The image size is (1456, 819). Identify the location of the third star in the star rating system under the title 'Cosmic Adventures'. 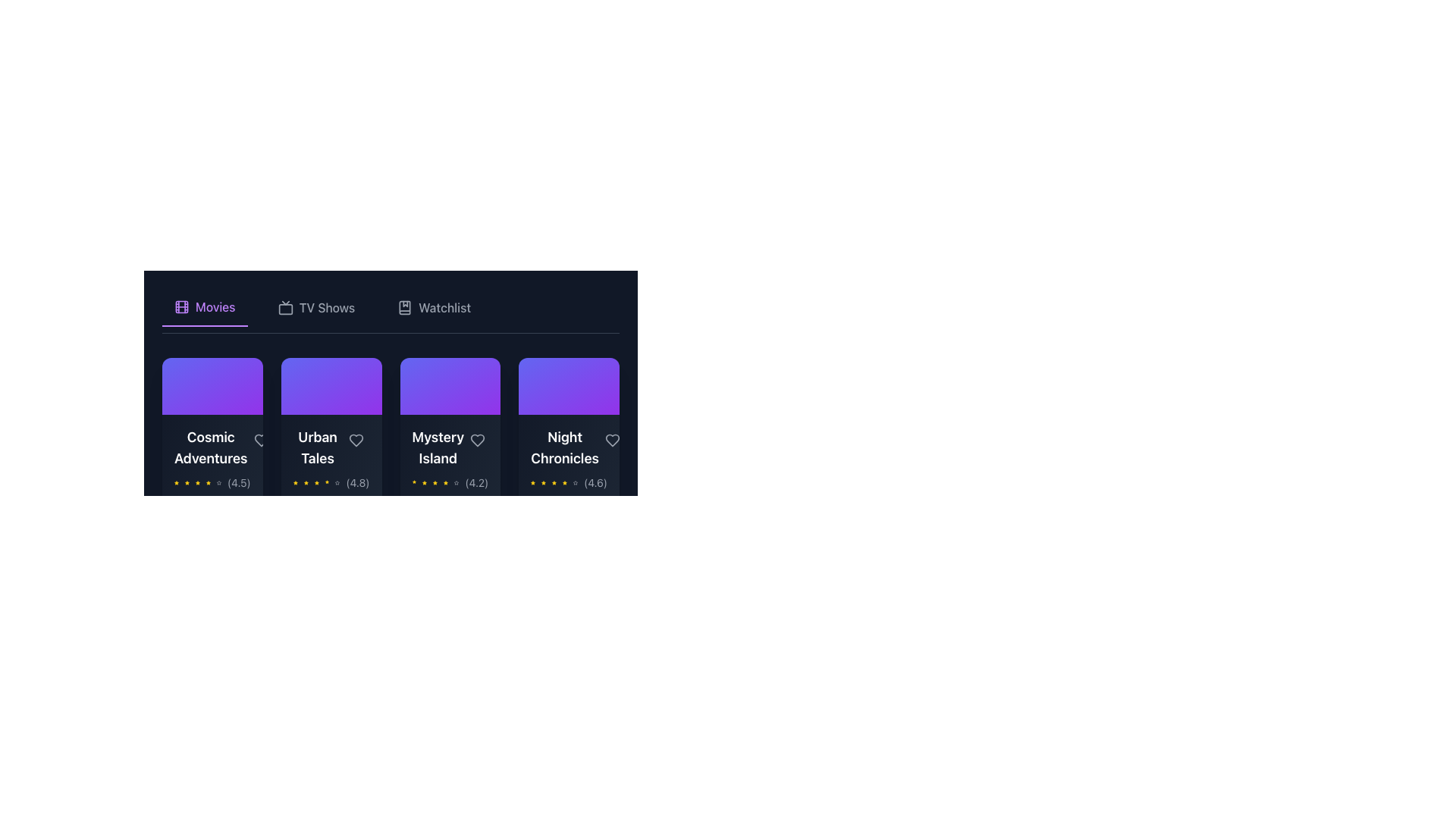
(196, 482).